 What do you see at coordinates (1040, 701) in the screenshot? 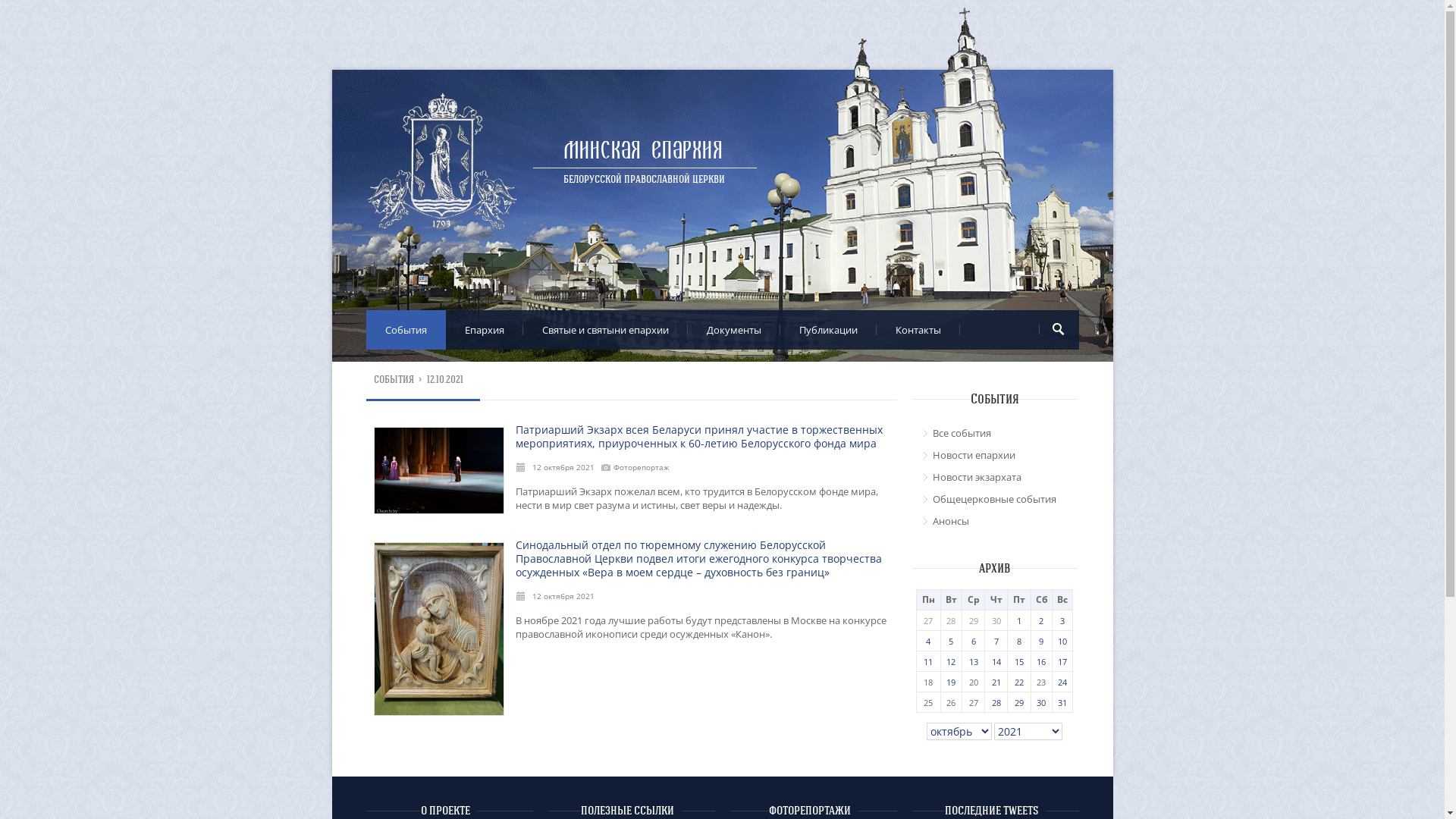
I see `'30'` at bounding box center [1040, 701].